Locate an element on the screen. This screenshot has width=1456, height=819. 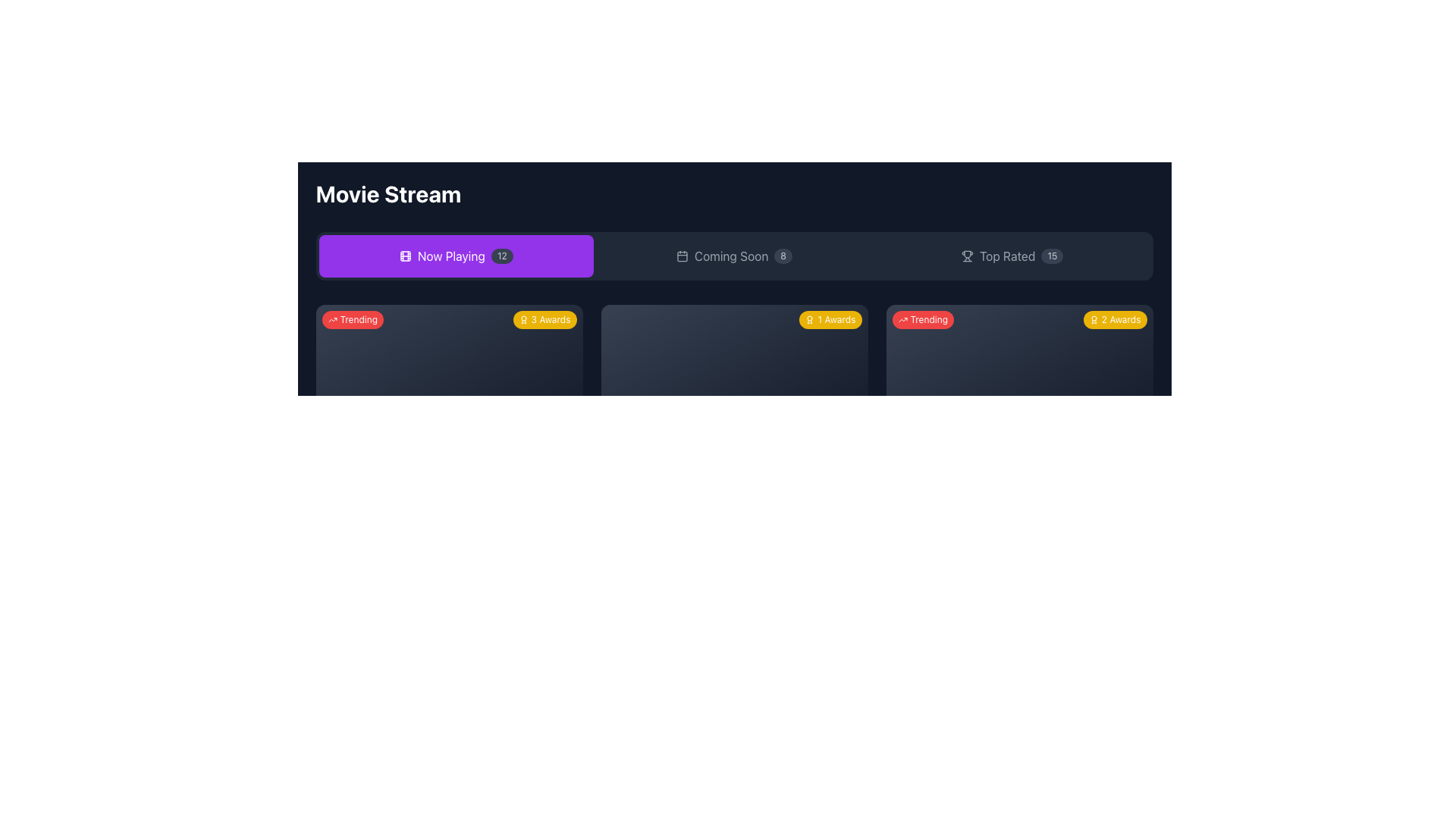
the red pill-shaped label containing the word 'Trending' and an upward trending arrow icon located in the top-left corner of the content cards section is located at coordinates (352, 318).